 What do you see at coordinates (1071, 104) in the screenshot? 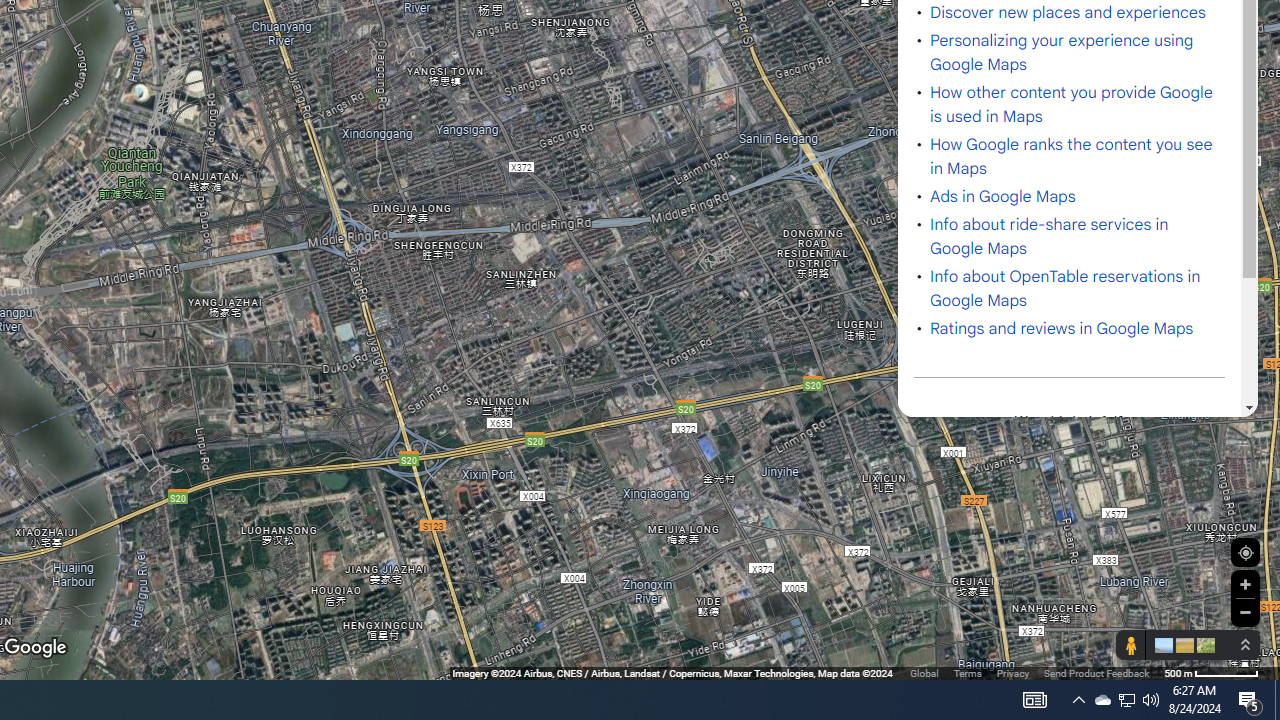
I see `'How other content you provide Google is used in Maps'` at bounding box center [1071, 104].